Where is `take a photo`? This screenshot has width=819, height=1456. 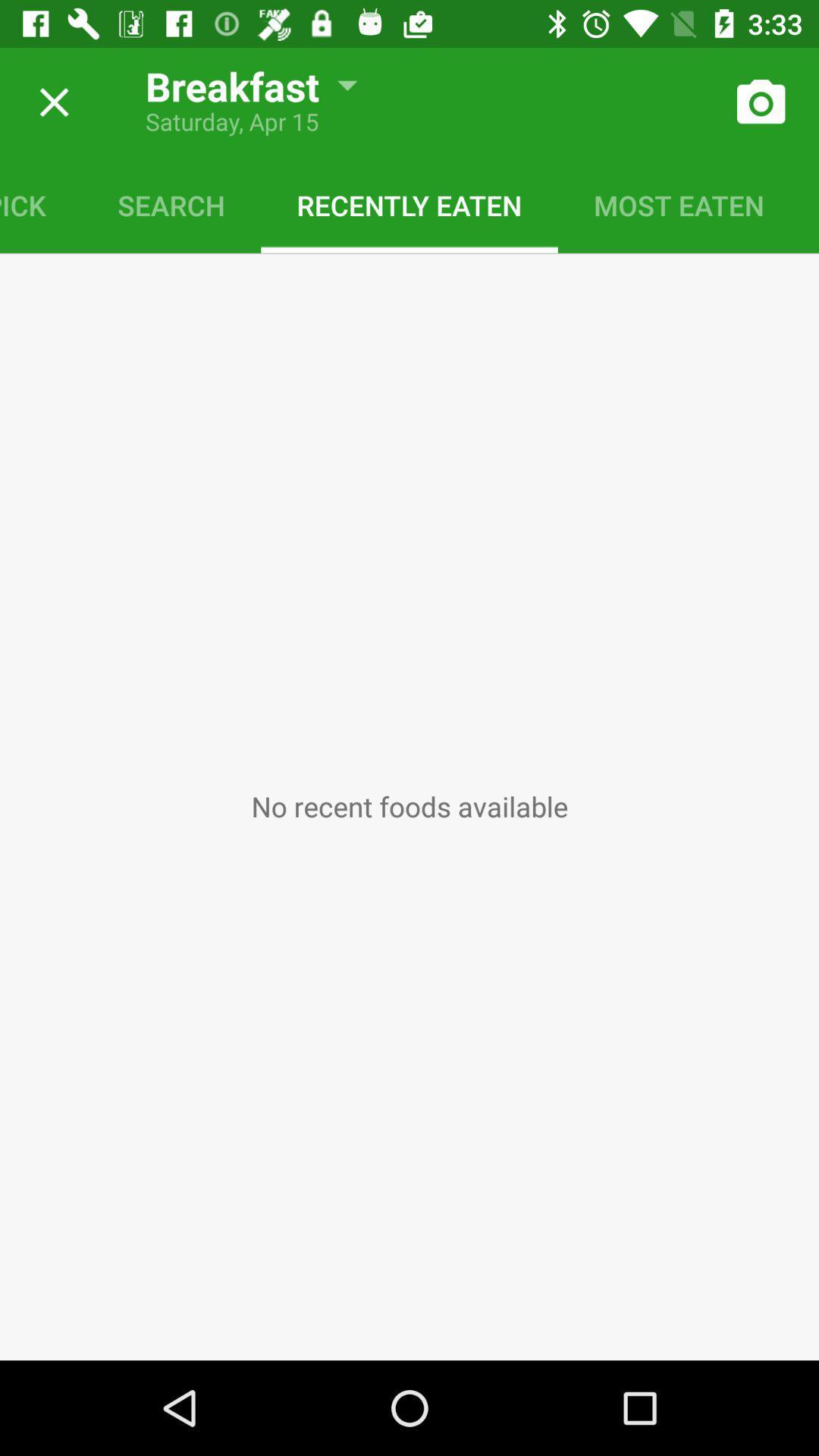 take a photo is located at coordinates (760, 102).